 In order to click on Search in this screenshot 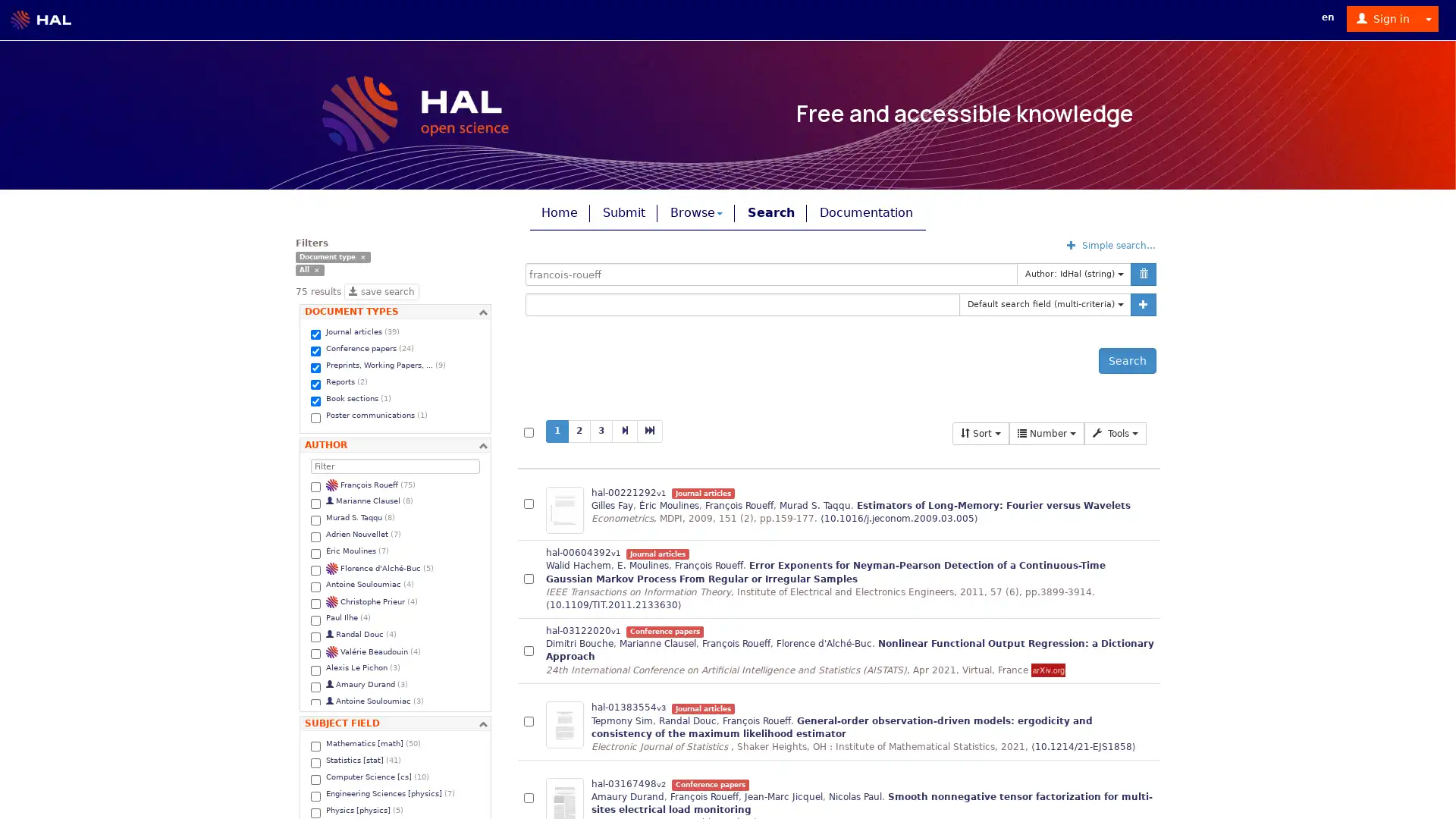, I will do `click(1128, 360)`.